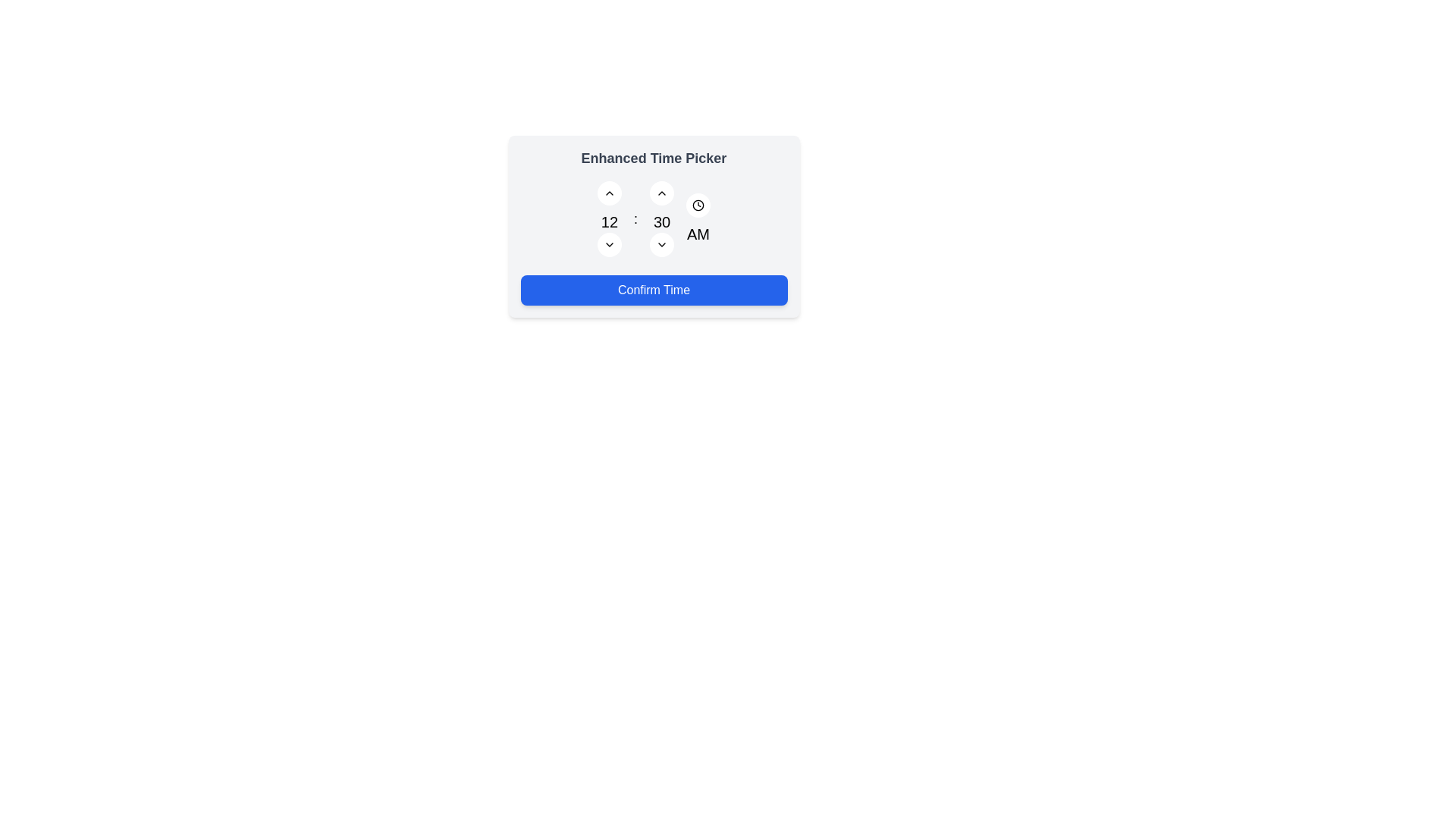 The image size is (1456, 819). I want to click on the Text label indicating the current state of the clock (AM/PM) located at the bottom right of the time picker layout, below the clock icon, so click(698, 219).